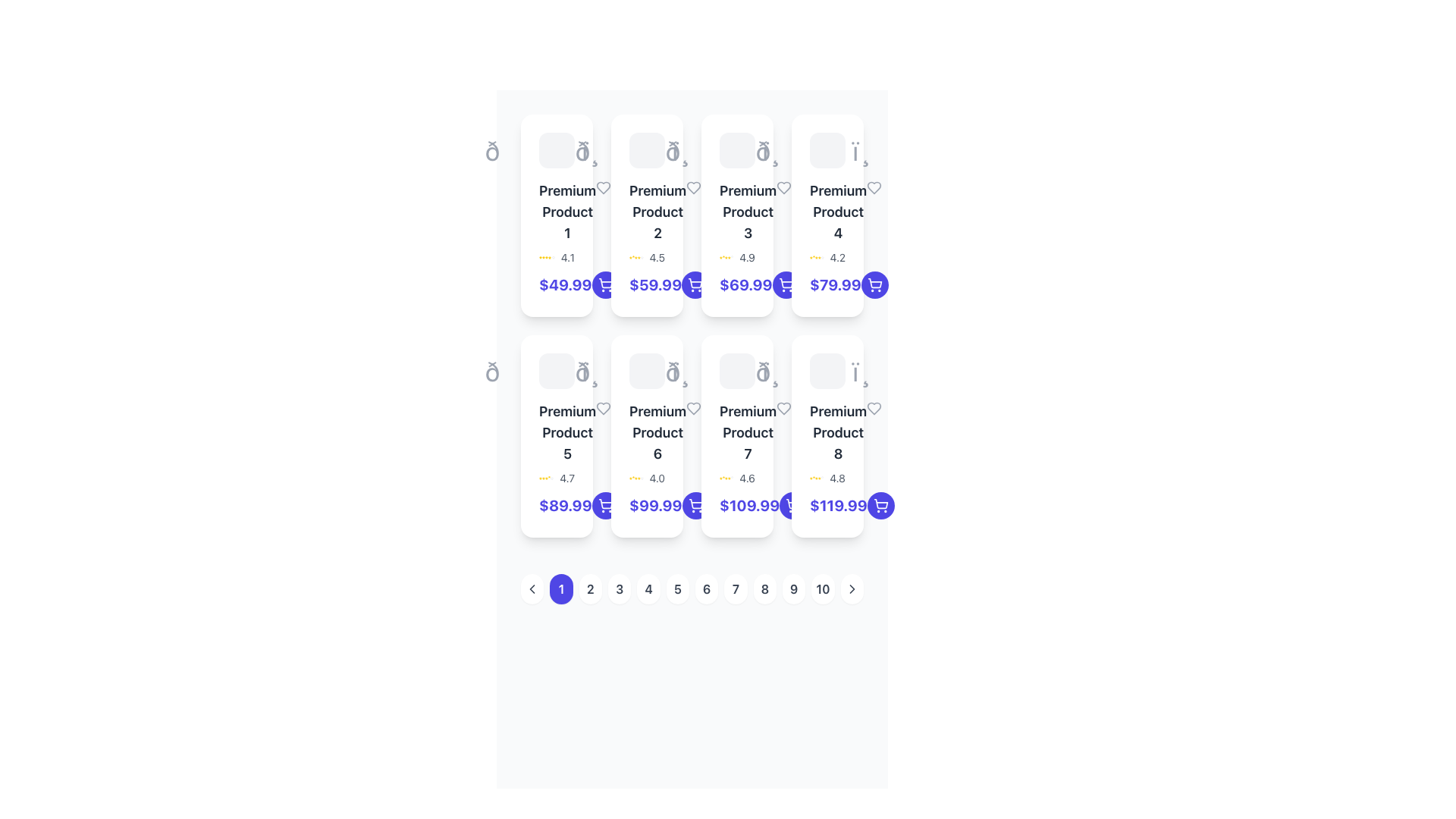 This screenshot has height=819, width=1456. Describe the element at coordinates (852, 588) in the screenshot. I see `the right-facing chevron icon button used for navigating to the next page in the pagination controls section at the bottom of the products grid interface via keyboard navigation` at that location.